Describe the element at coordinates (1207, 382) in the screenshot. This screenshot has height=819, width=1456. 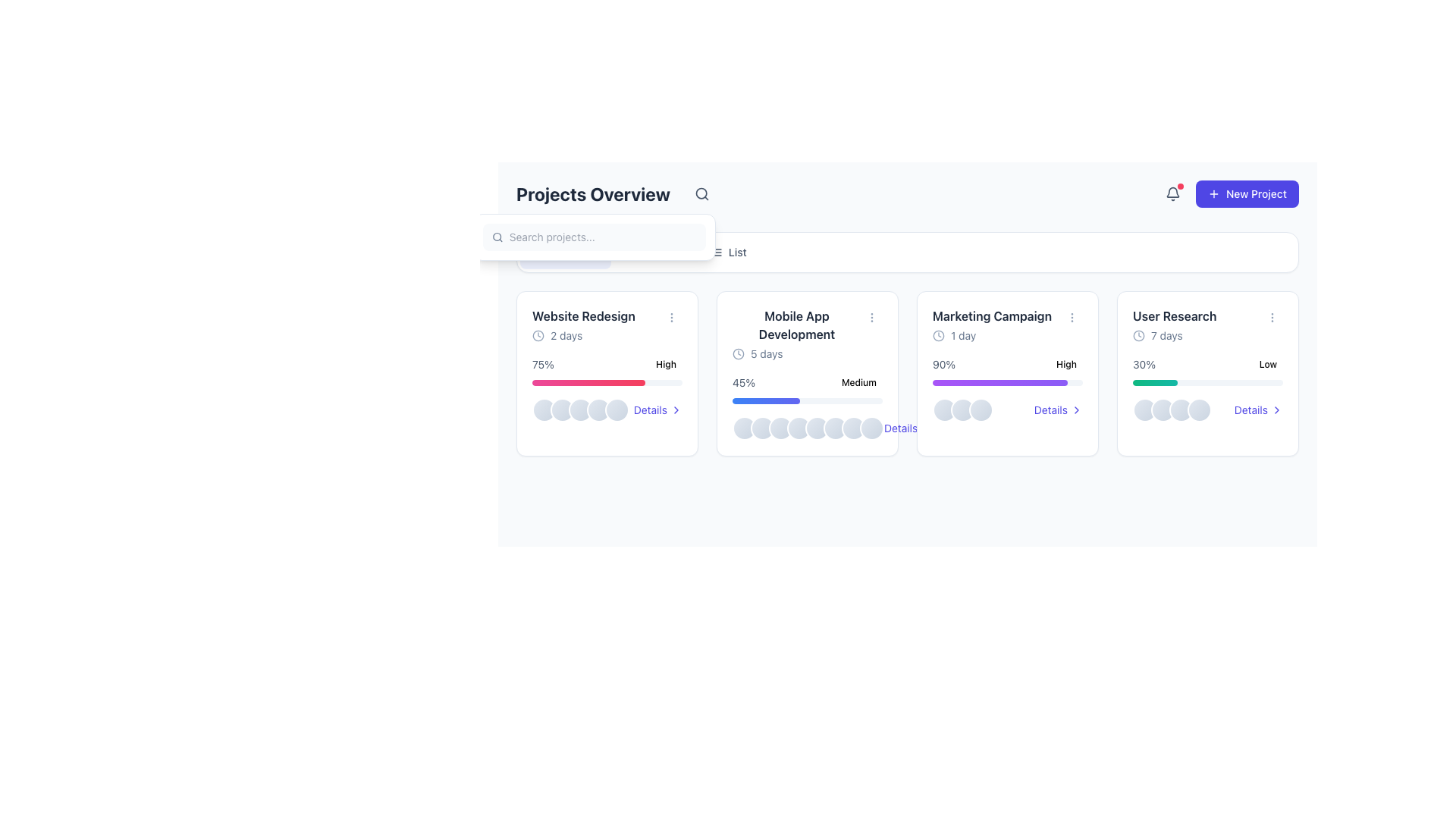
I see `the visual progress of the 'User Research' project represented by the Progress Bar, located in the bottom section of the interface, under the label '30%'` at that location.